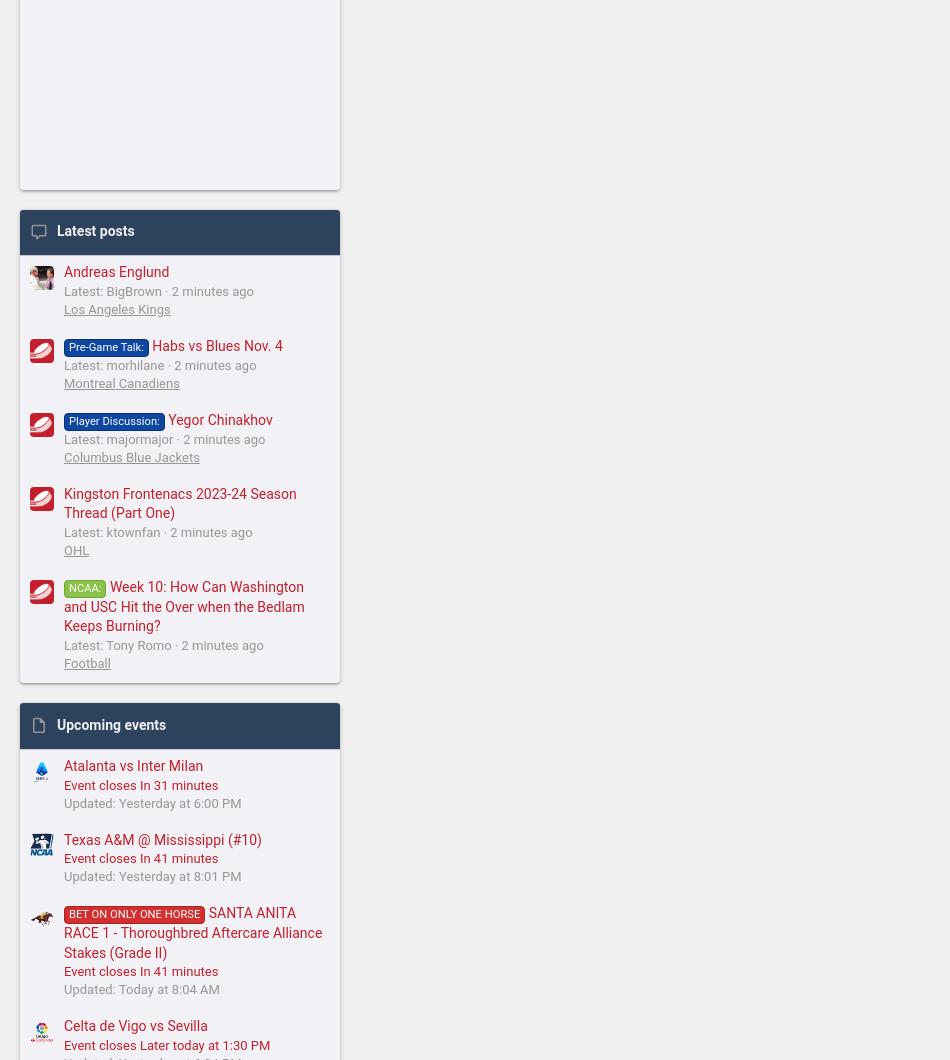 This screenshot has height=1060, width=950. I want to click on 'Today at 9:40 AM', so click(476, 773).